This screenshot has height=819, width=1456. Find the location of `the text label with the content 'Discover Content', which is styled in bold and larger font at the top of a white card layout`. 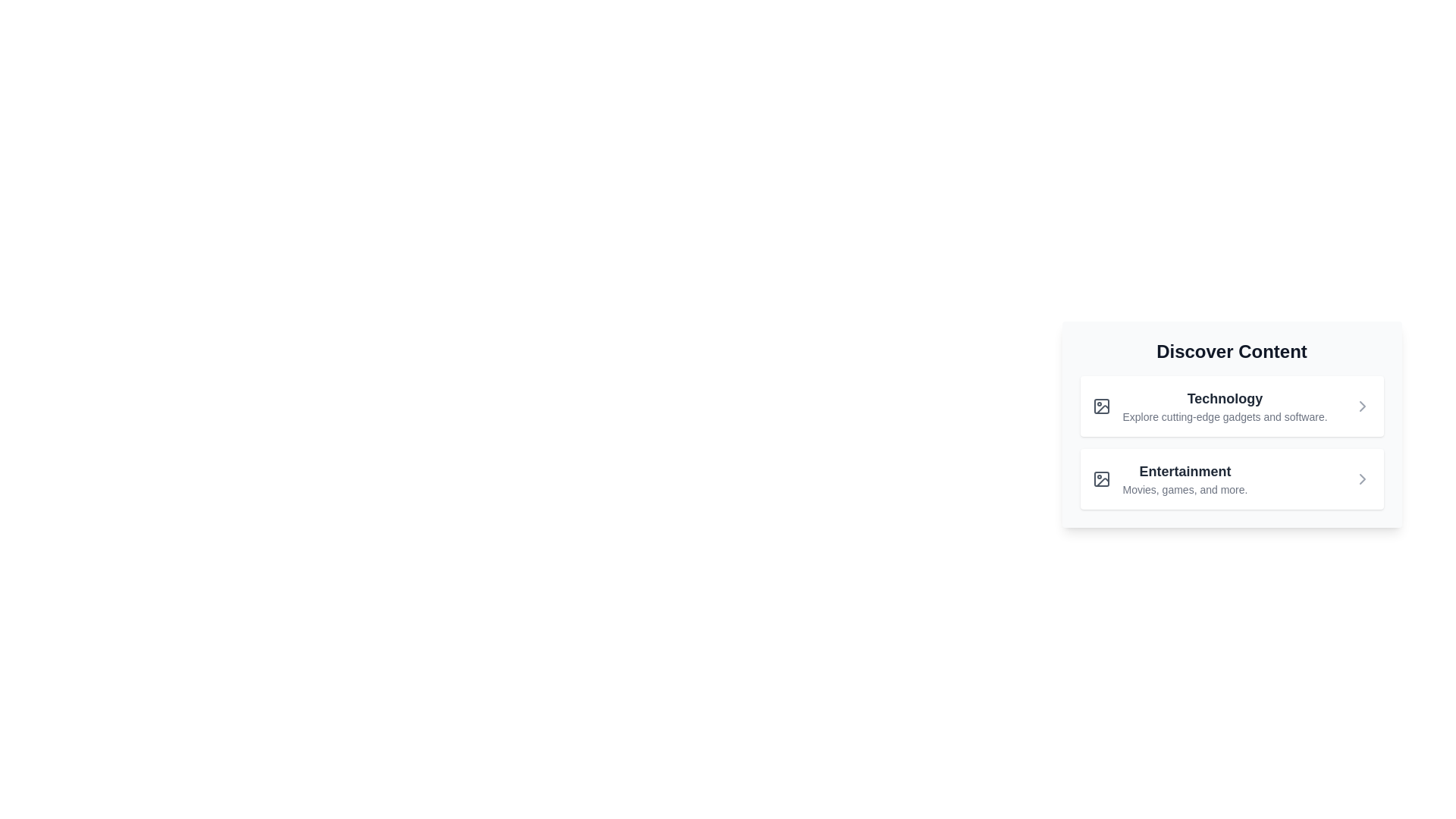

the text label with the content 'Discover Content', which is styled in bold and larger font at the top of a white card layout is located at coordinates (1232, 351).